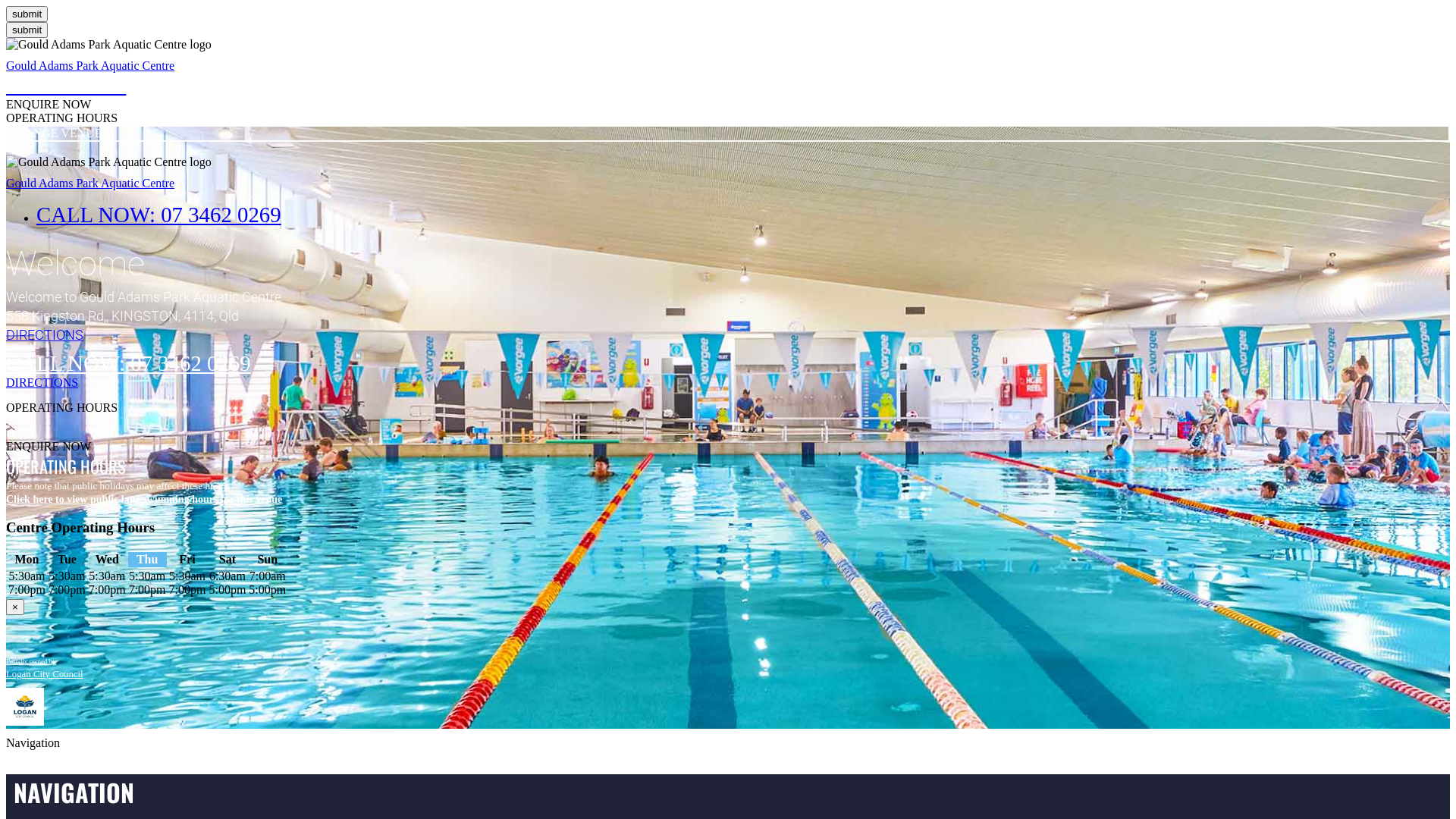 This screenshot has height=819, width=1456. I want to click on 'Gould Adams Park Aquatic Centre', so click(89, 182).